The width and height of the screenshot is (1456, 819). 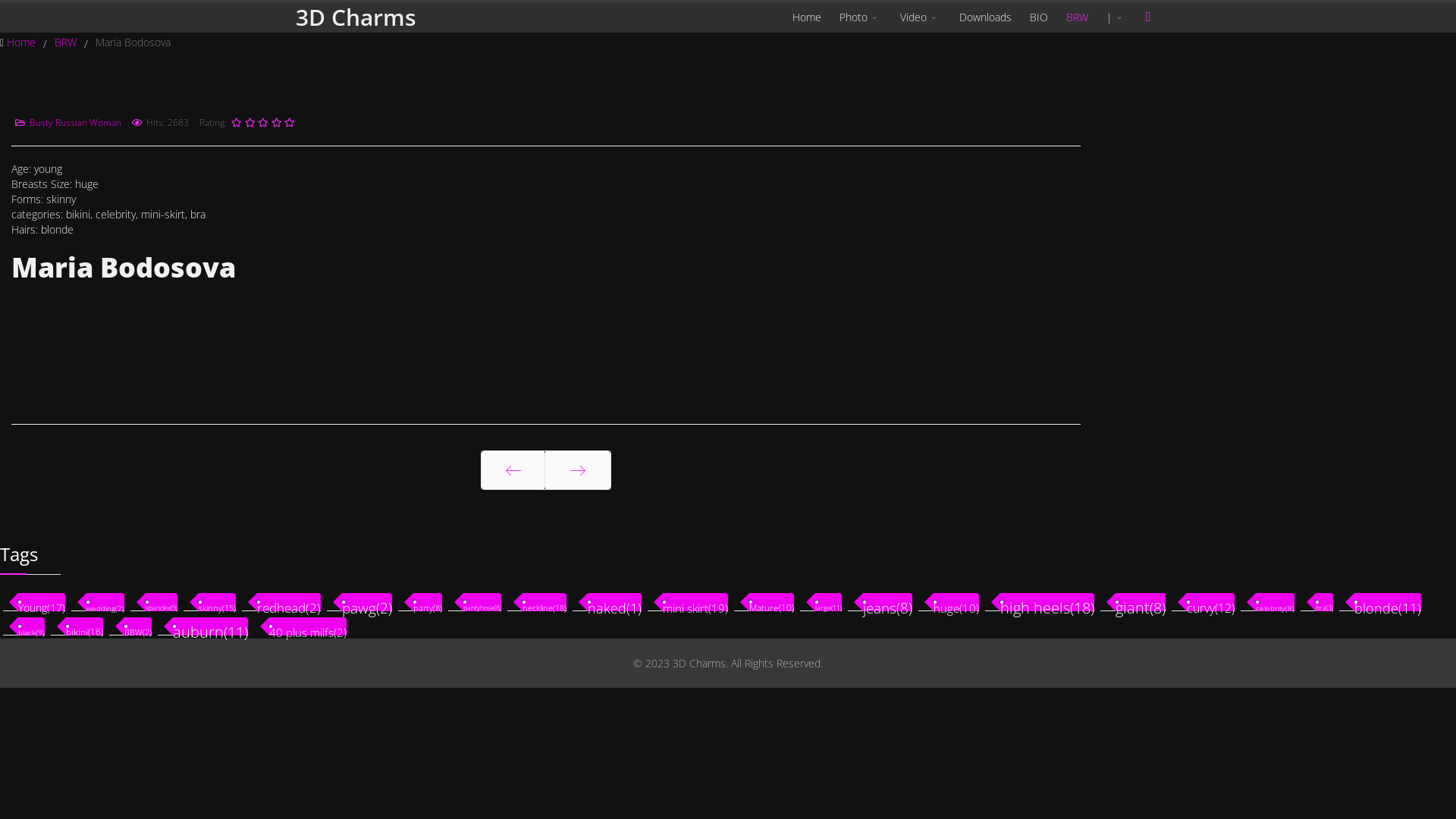 What do you see at coordinates (86, 601) in the screenshot?
I see `'wedding(2)'` at bounding box center [86, 601].